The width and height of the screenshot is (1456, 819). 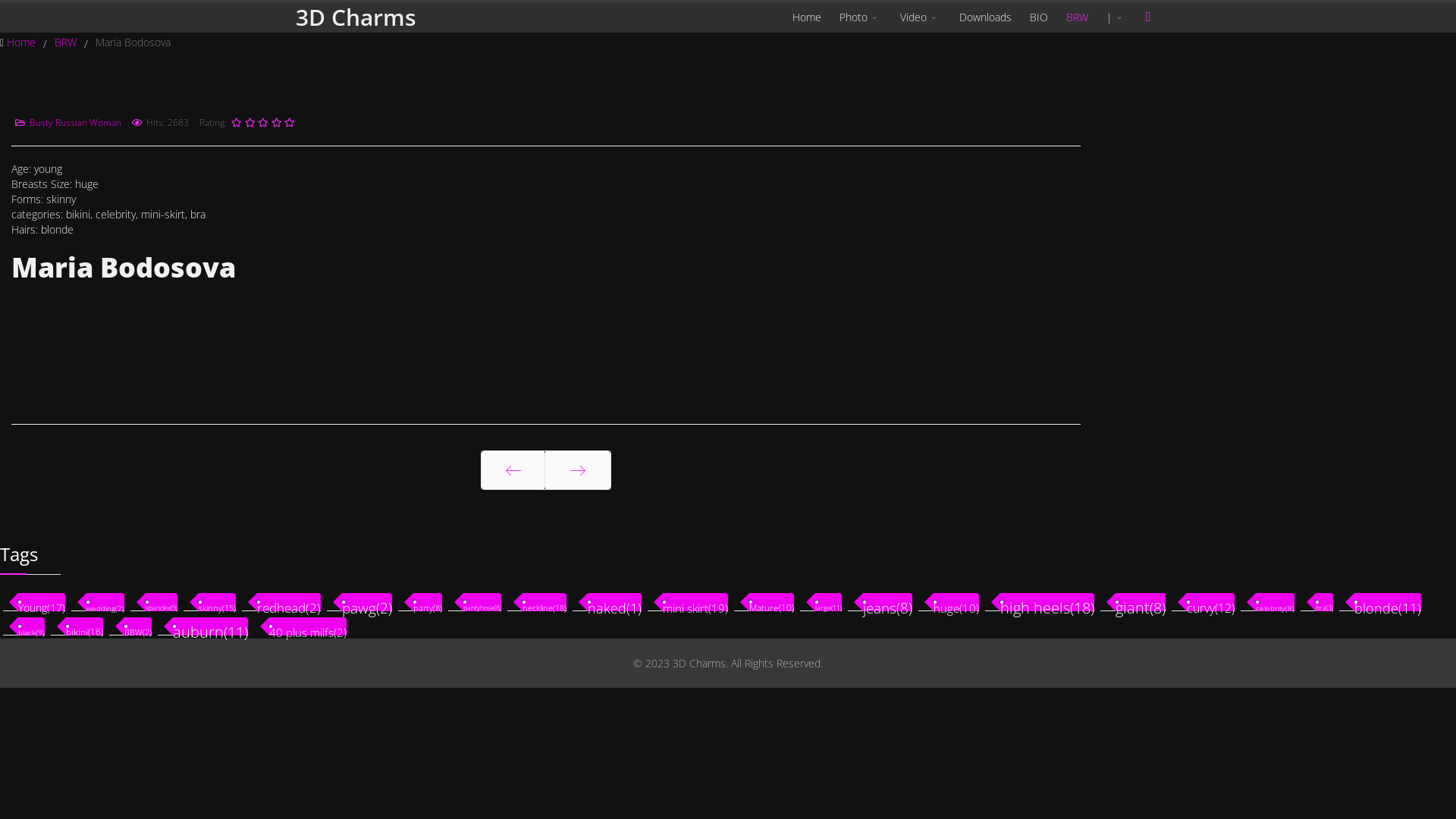 What do you see at coordinates (86, 601) in the screenshot?
I see `'wedding(2)'` at bounding box center [86, 601].